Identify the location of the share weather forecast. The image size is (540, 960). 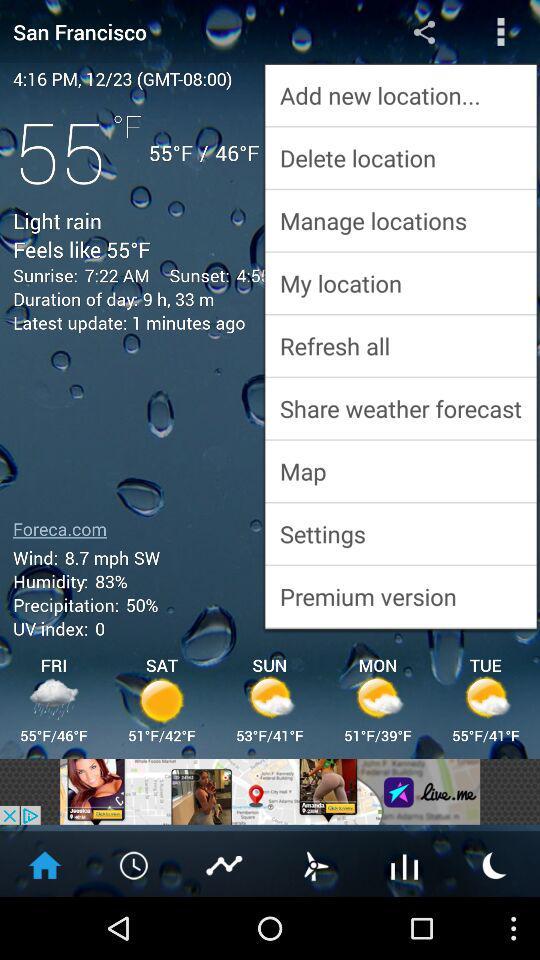
(400, 407).